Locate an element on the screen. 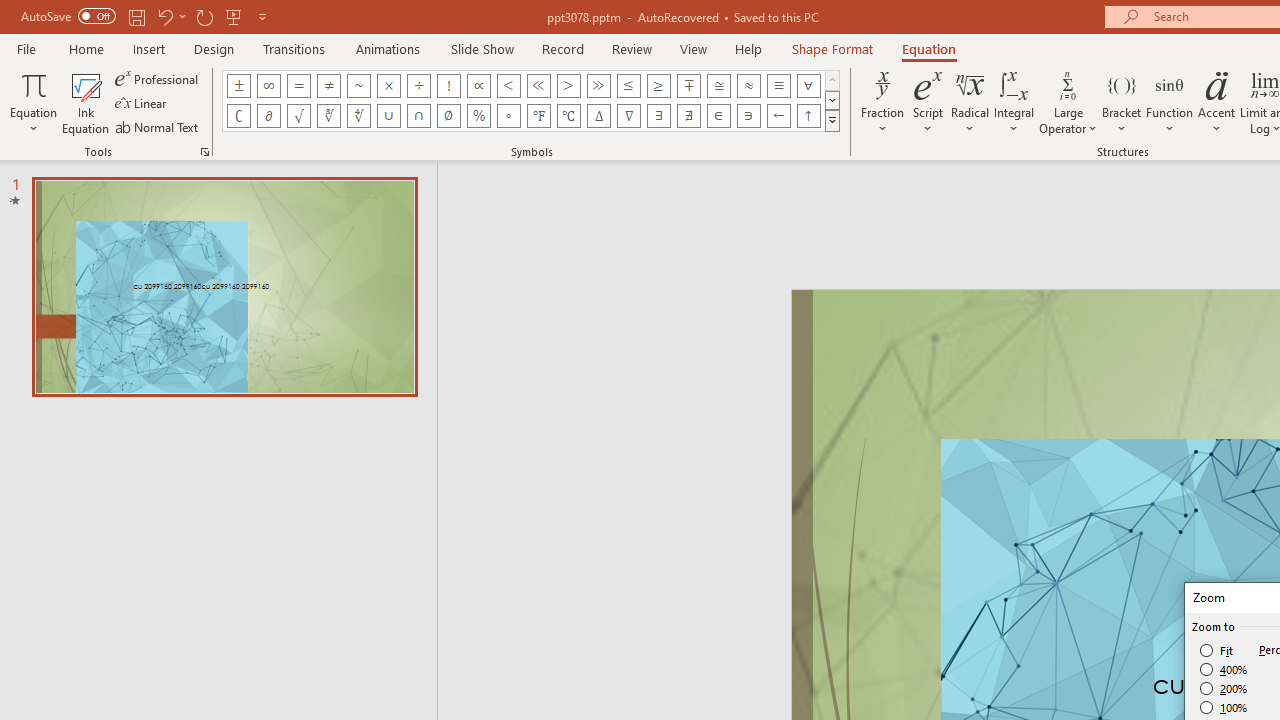 The height and width of the screenshot is (720, 1280). '100%' is located at coordinates (1223, 706).